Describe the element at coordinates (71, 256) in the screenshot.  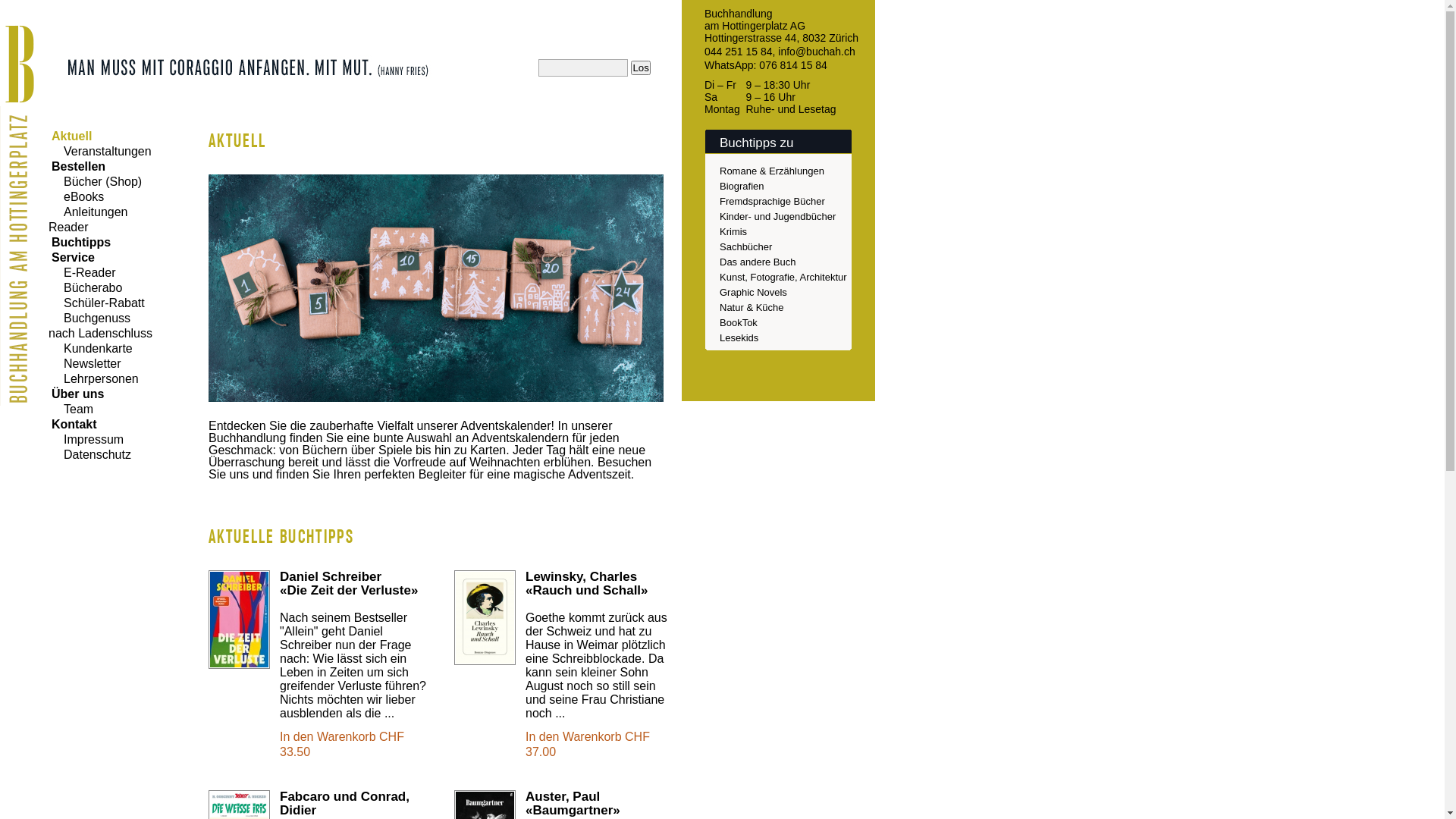
I see `'Service'` at that location.